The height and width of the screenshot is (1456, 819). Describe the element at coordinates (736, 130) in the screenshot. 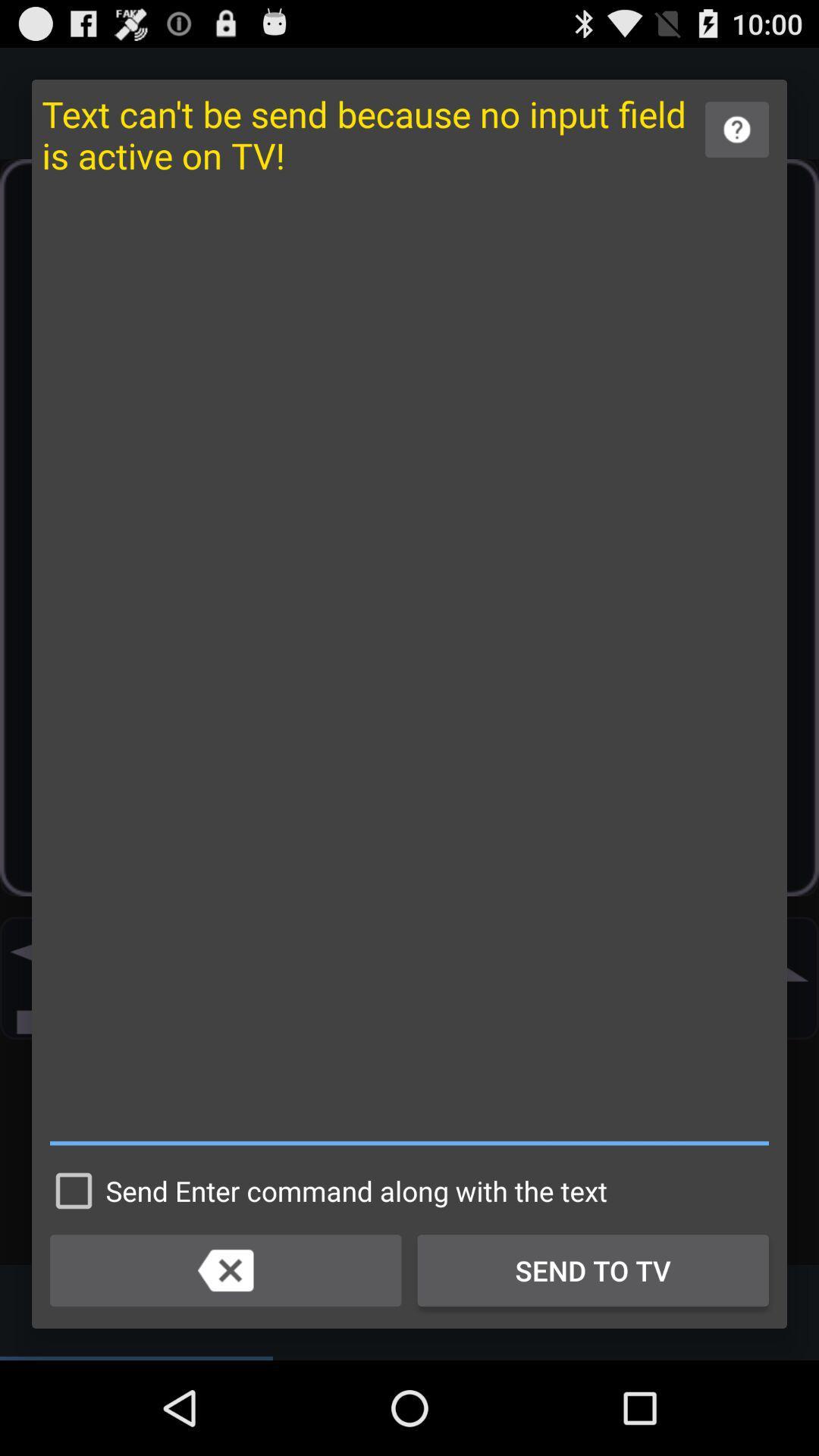

I see `the icon next to the text can t icon` at that location.